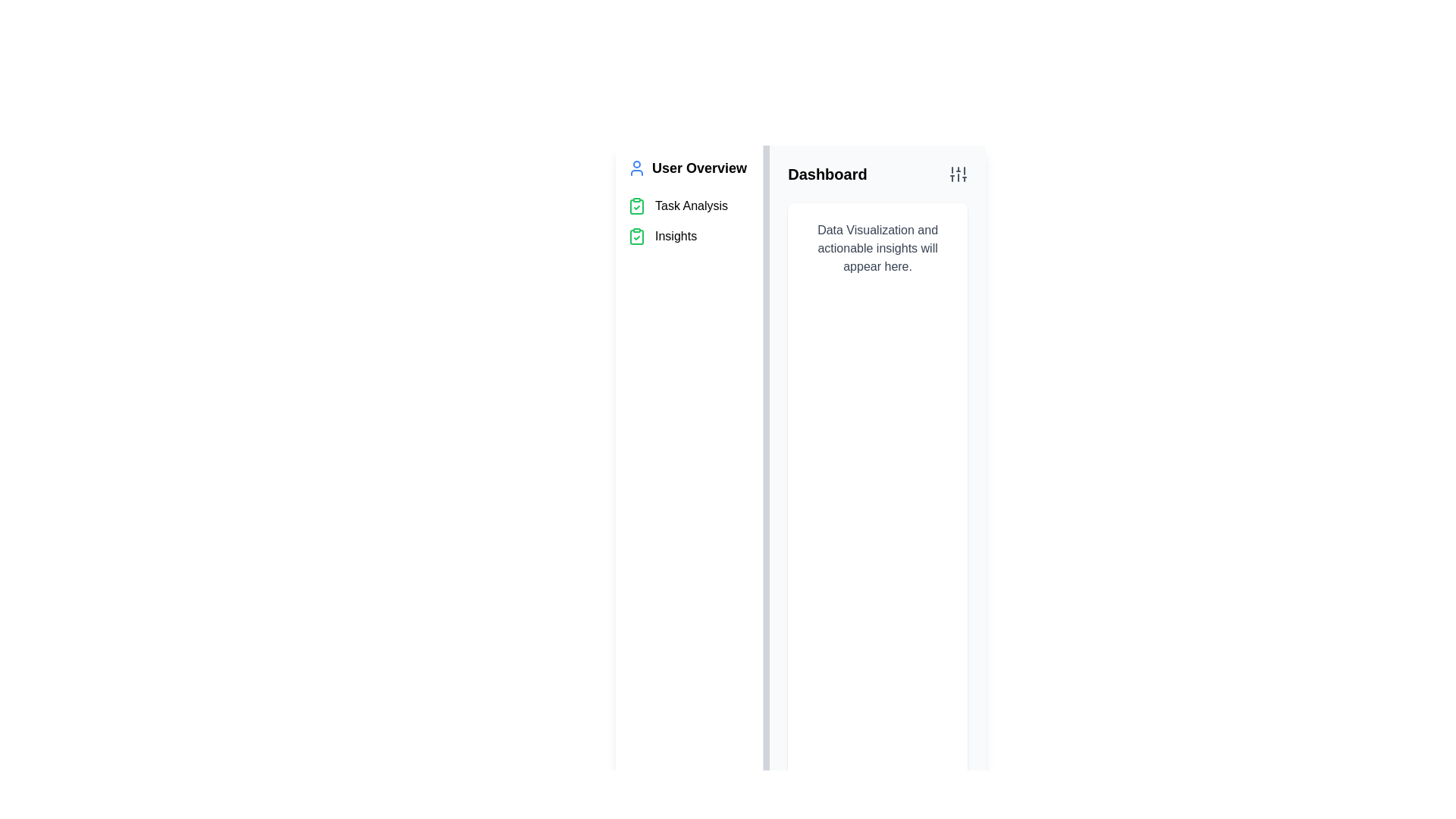 The height and width of the screenshot is (819, 1456). Describe the element at coordinates (637, 168) in the screenshot. I see `the user avatar icon with a blue outline located on the left side of the 'User Overview' text` at that location.